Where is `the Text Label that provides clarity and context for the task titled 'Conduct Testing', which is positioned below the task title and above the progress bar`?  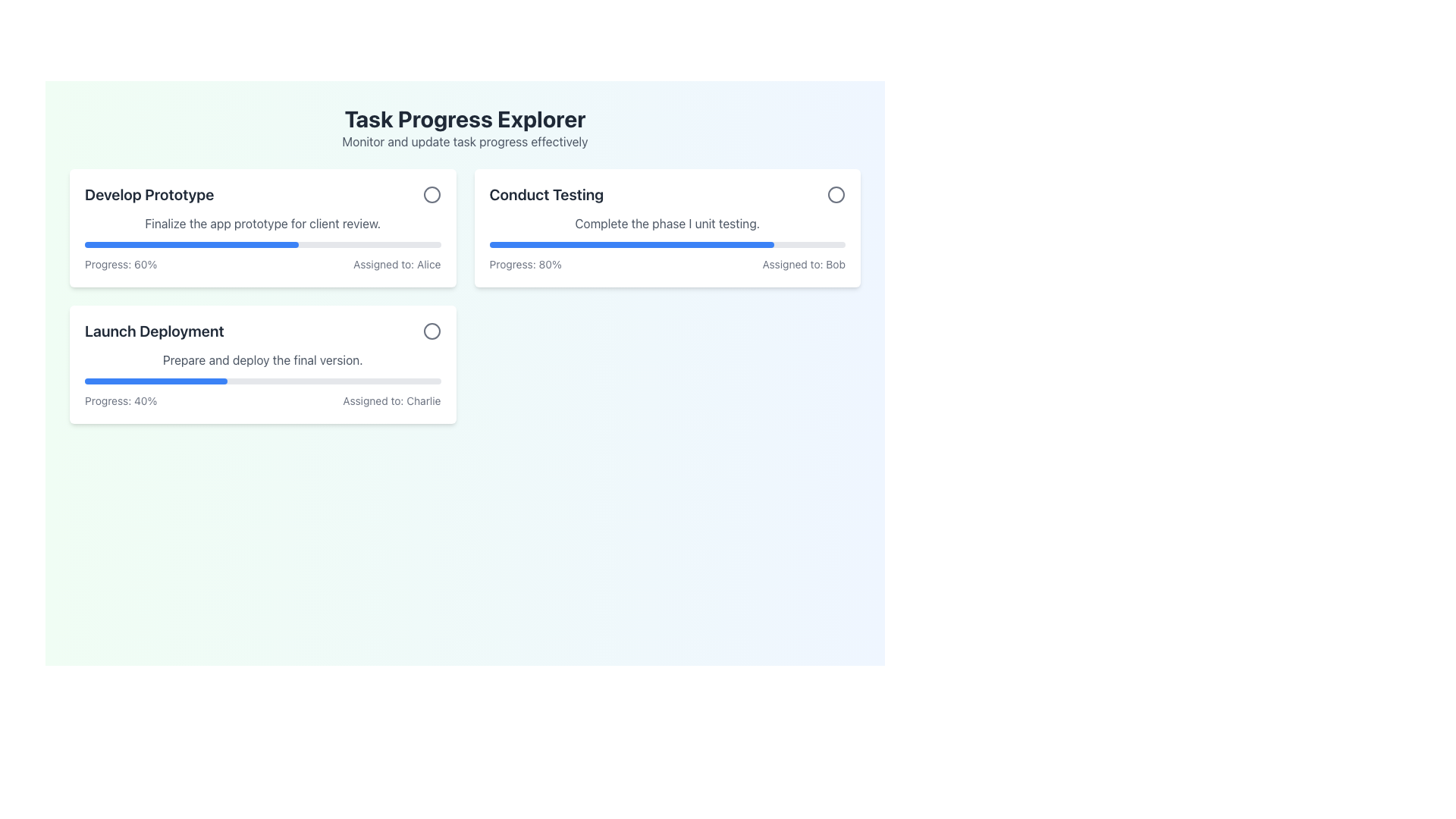 the Text Label that provides clarity and context for the task titled 'Conduct Testing', which is positioned below the task title and above the progress bar is located at coordinates (667, 223).